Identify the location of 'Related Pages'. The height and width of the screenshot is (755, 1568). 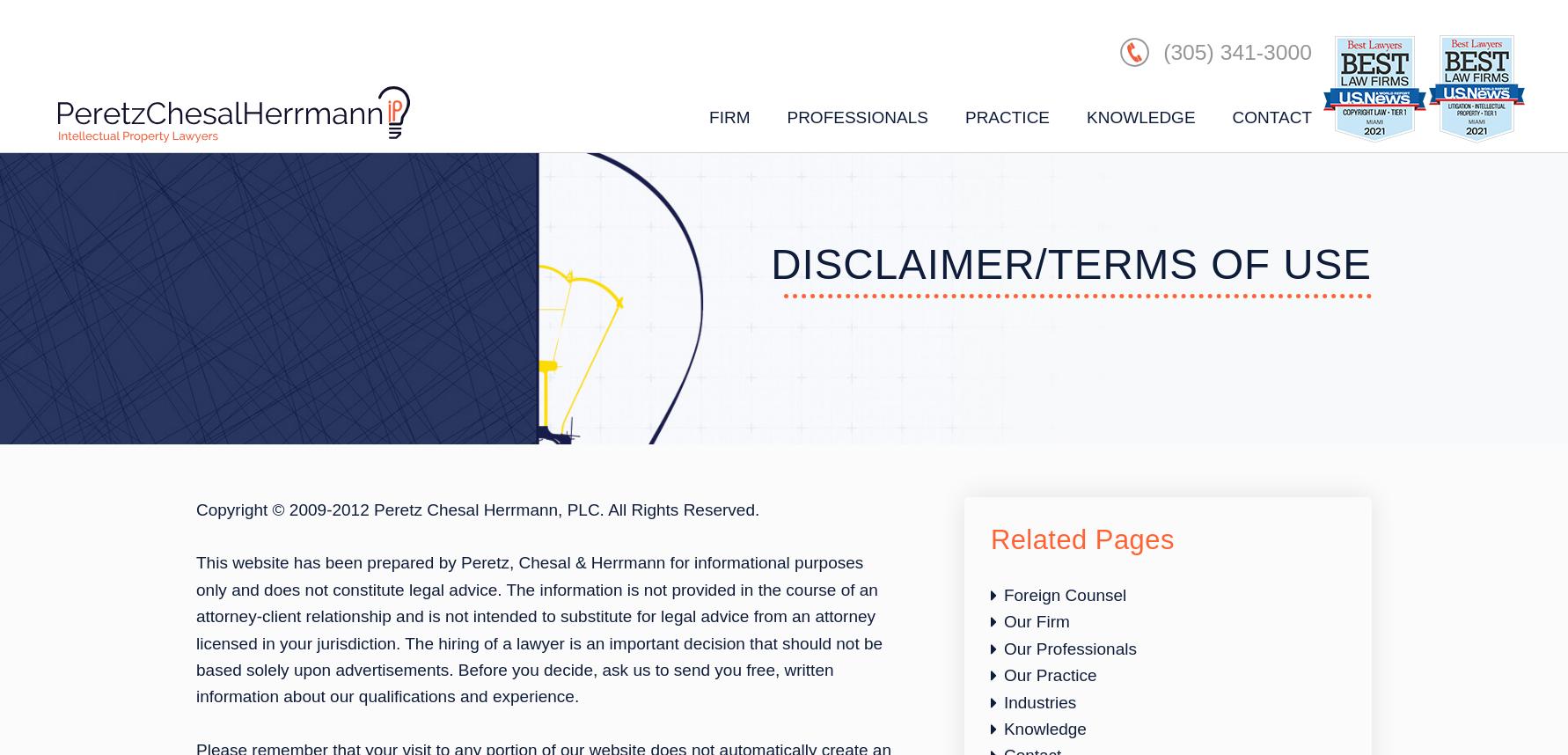
(1081, 539).